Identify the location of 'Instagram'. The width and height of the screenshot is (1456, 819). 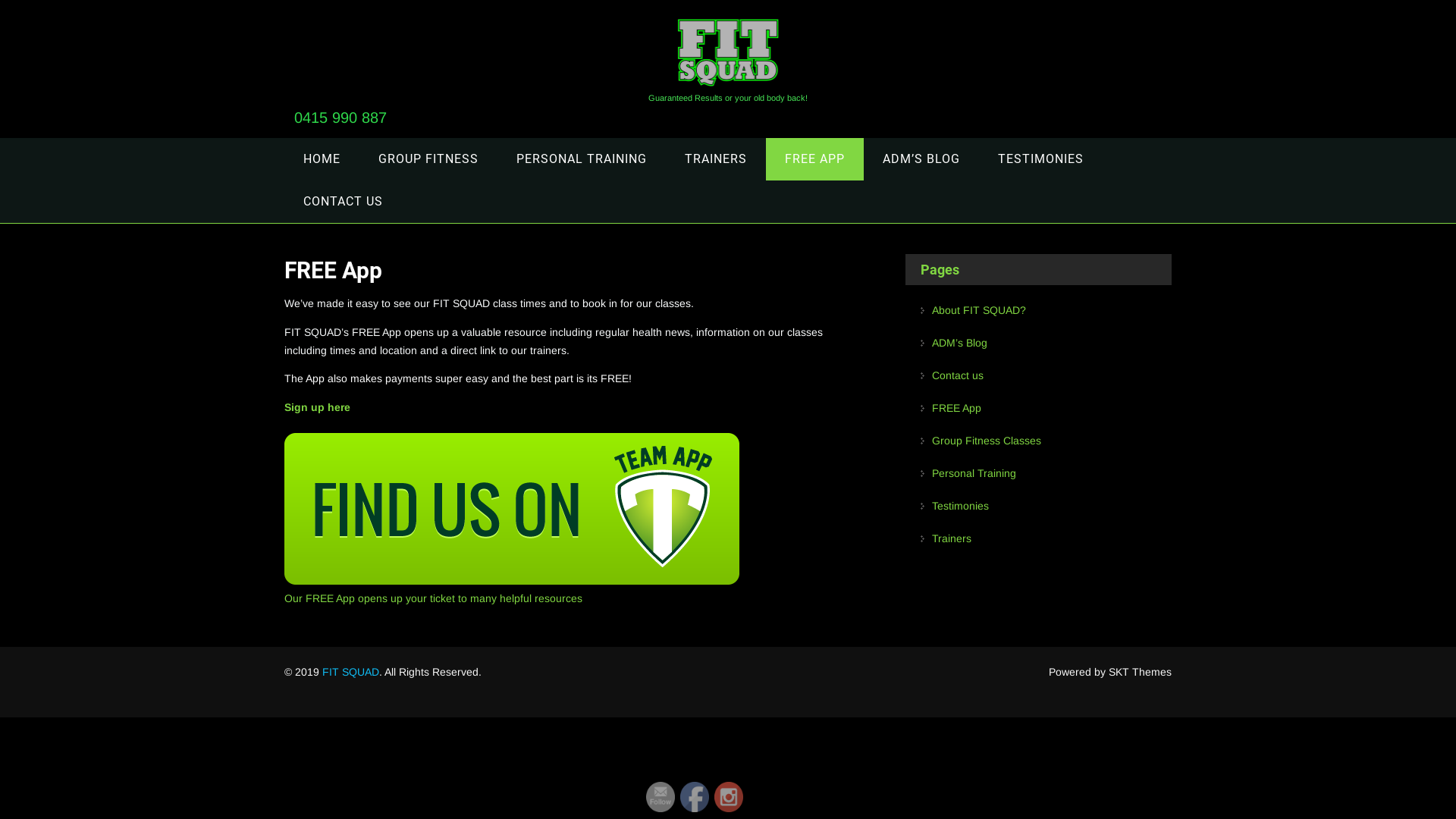
(728, 795).